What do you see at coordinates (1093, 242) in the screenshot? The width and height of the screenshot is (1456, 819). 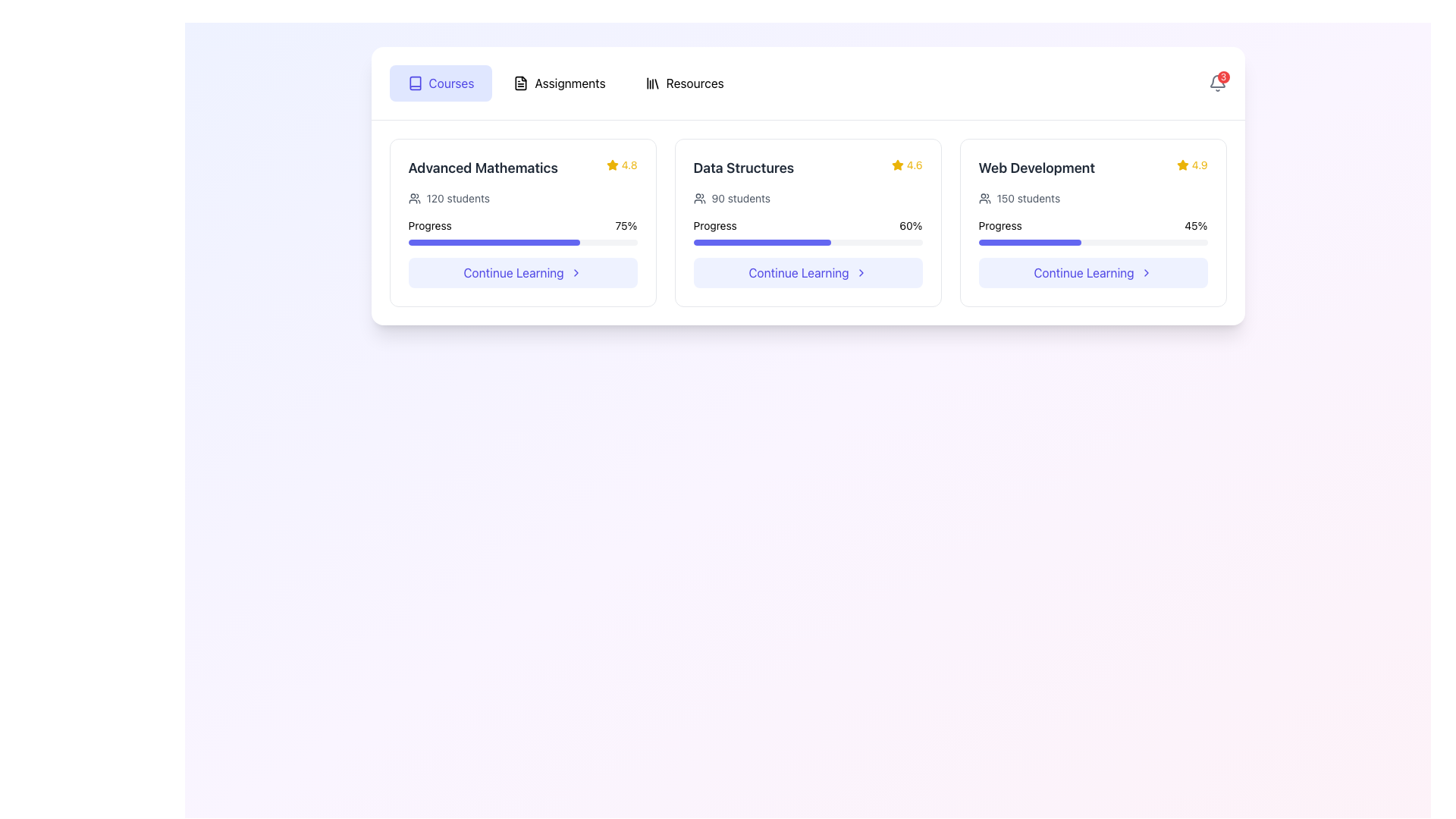 I see `the progress level of the Progress Bar located at the bottom of the 'Web Development' card, beneath the 'Progress' text and aligned centrally with the '45%' label` at bounding box center [1093, 242].